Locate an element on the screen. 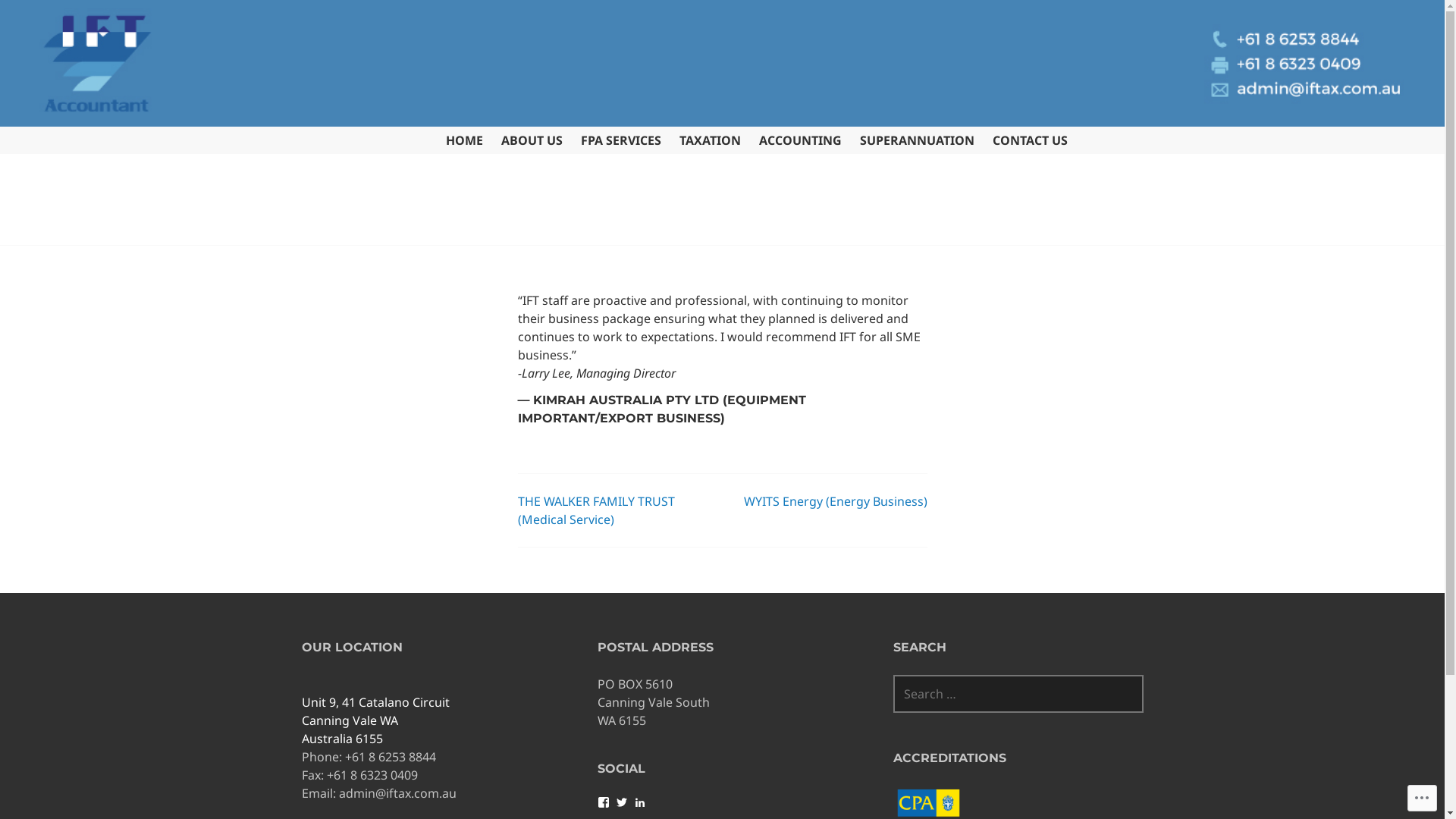 This screenshot has width=1456, height=819. 'FPA SERVICES' is located at coordinates (621, 140).